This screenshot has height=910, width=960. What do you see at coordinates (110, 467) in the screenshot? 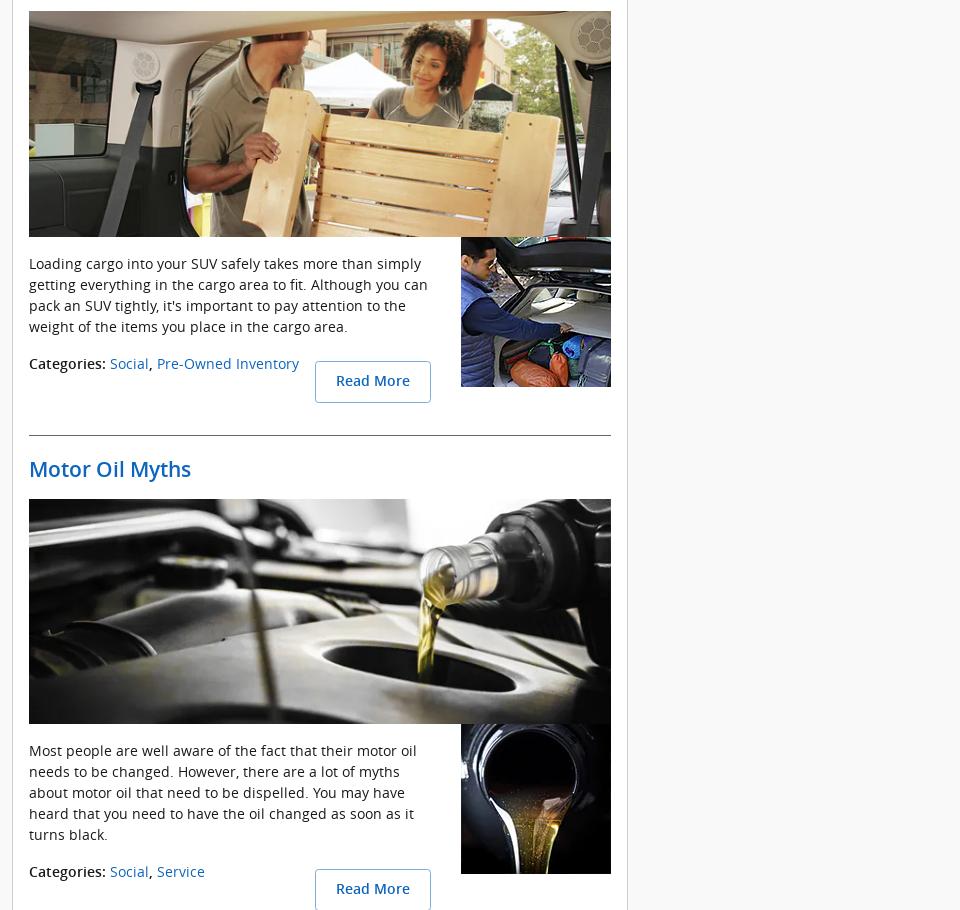
I see `'Motor Oil Myths'` at bounding box center [110, 467].